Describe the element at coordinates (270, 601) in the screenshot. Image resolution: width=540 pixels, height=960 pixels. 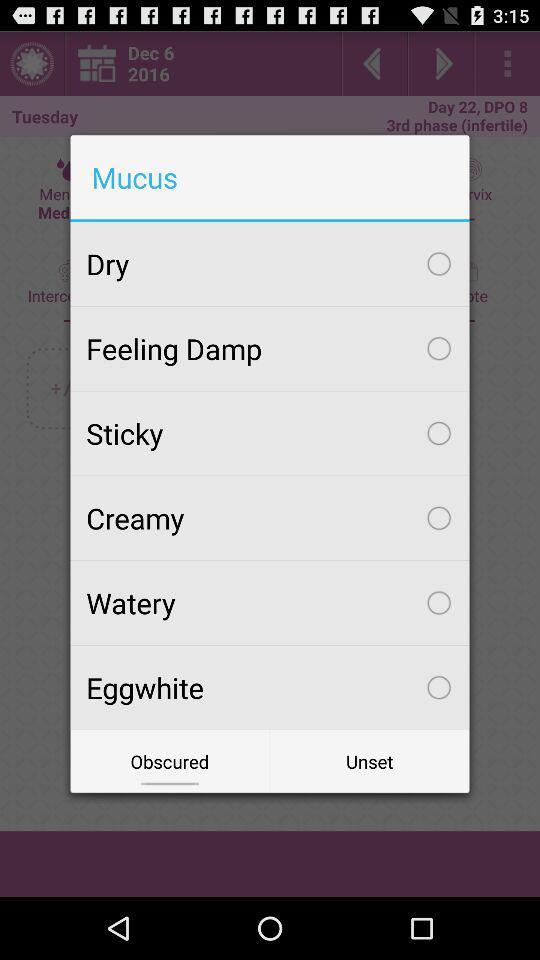
I see `checkbox below creamy icon` at that location.